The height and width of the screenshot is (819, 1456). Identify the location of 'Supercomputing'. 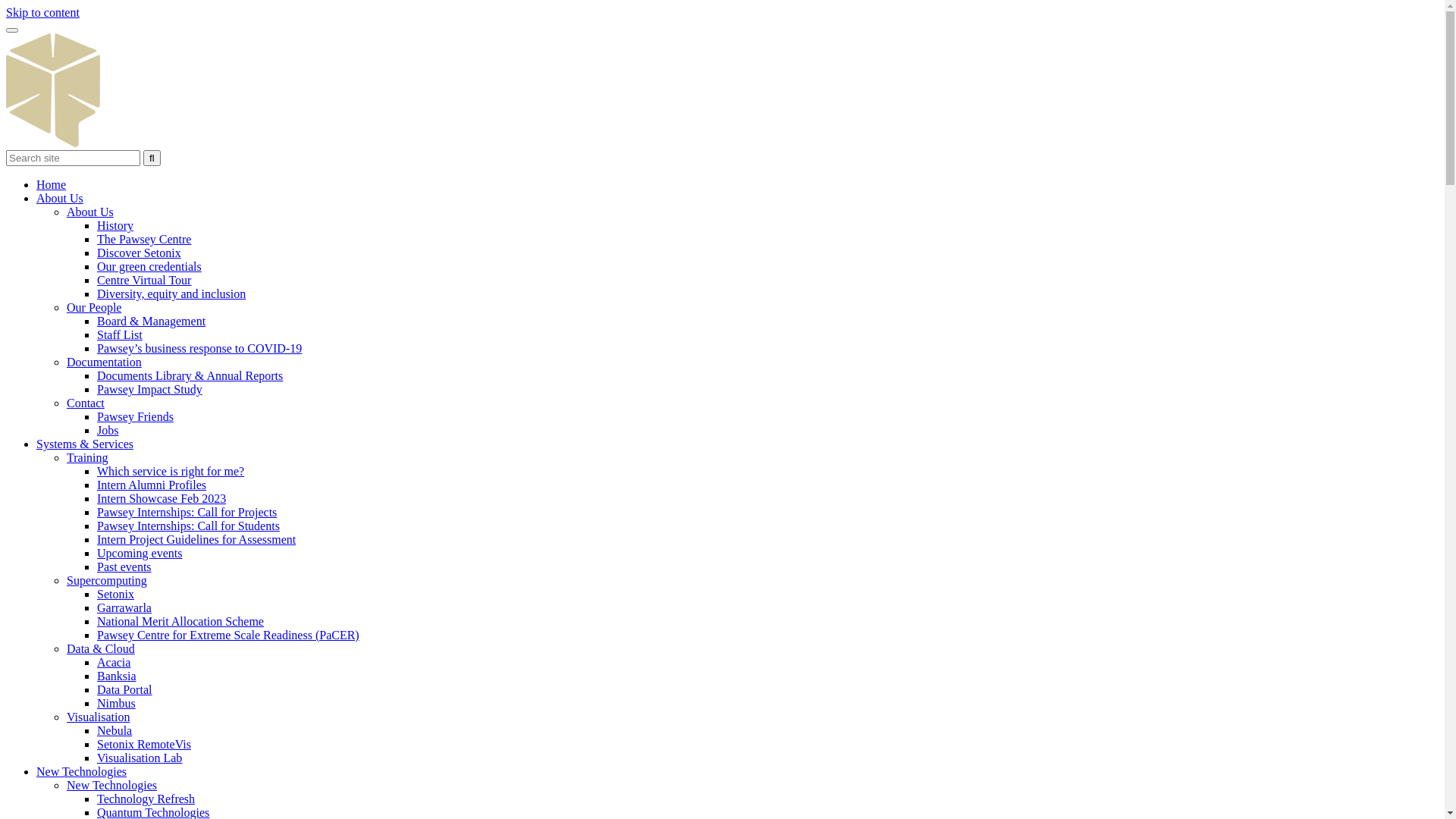
(105, 580).